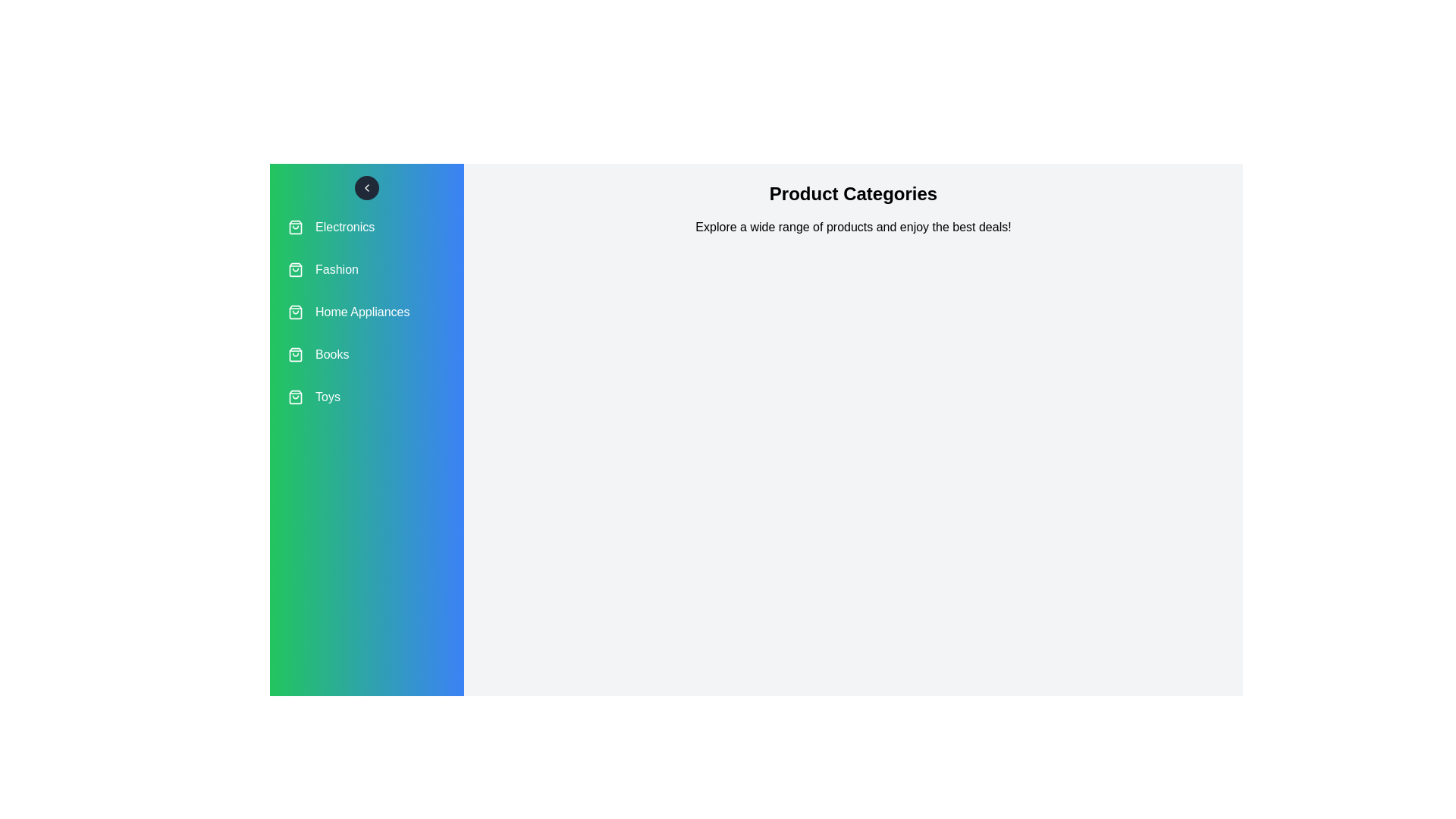 The width and height of the screenshot is (1456, 819). What do you see at coordinates (295, 312) in the screenshot?
I see `the icon associated with the category Home Appliances` at bounding box center [295, 312].